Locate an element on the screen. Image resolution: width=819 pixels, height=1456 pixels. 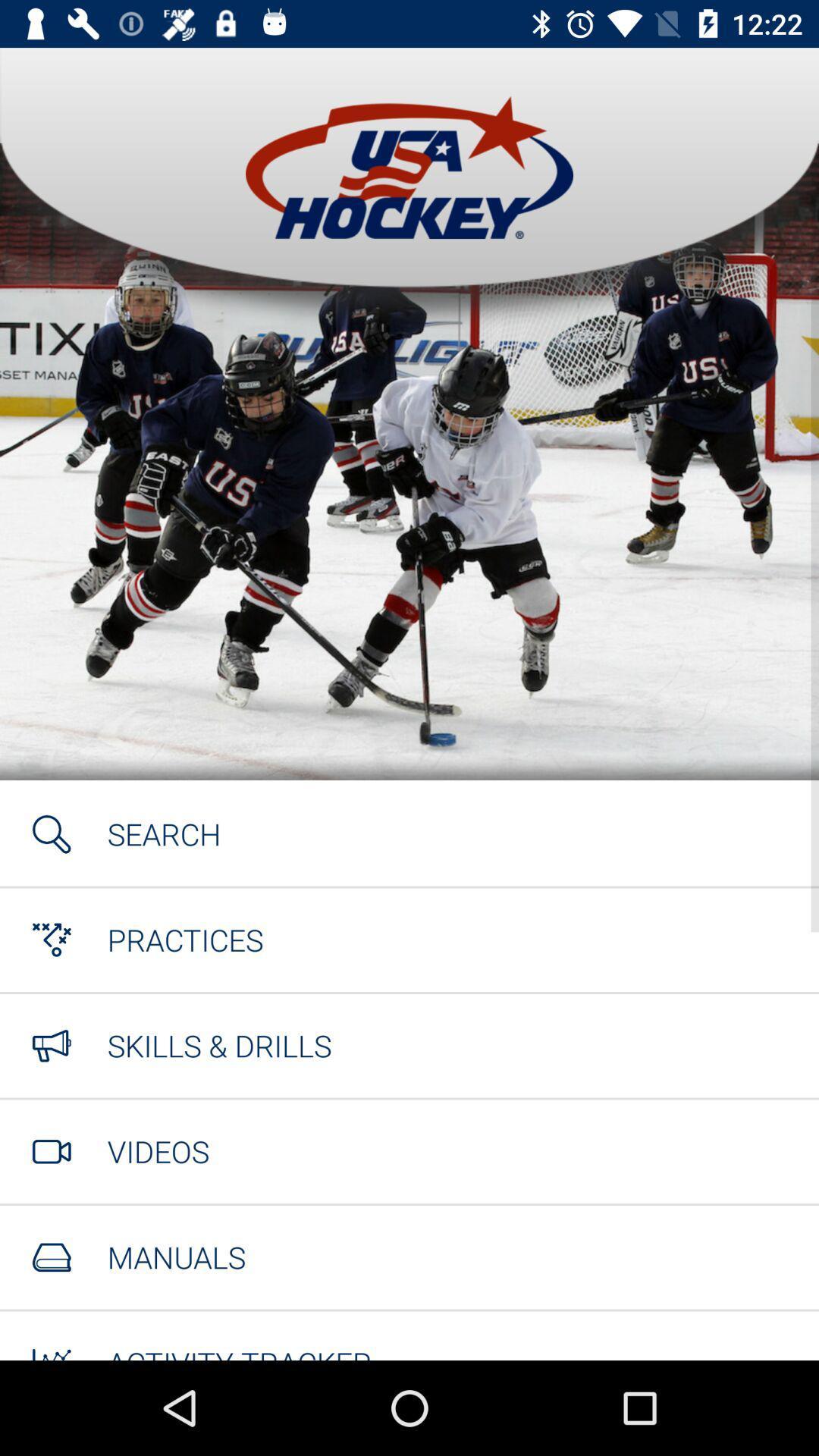
item below skills & drills is located at coordinates (158, 1151).